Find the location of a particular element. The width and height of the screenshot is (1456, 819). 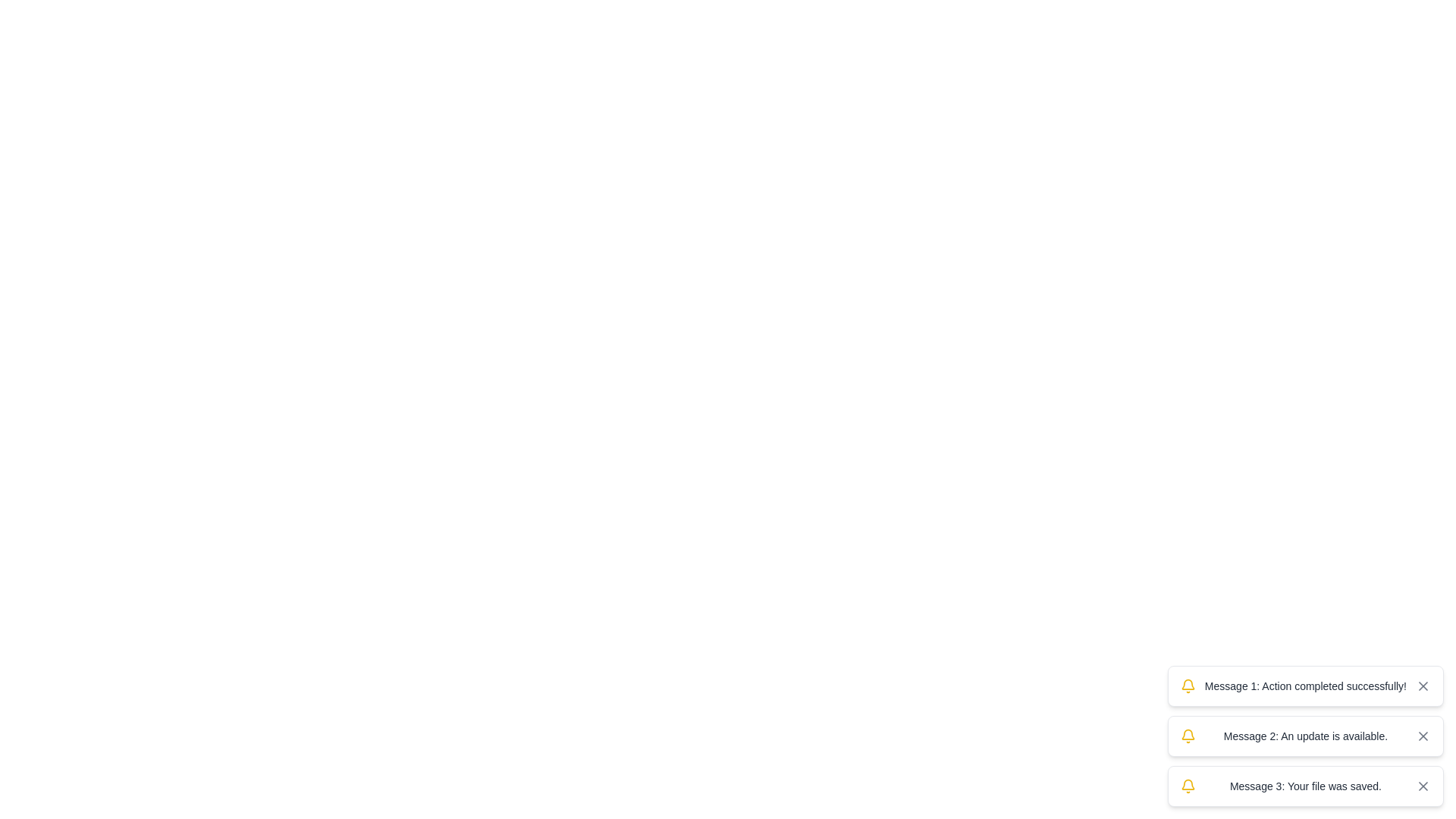

the diagonal line of the 'X' shape within the close button icon is located at coordinates (1422, 686).